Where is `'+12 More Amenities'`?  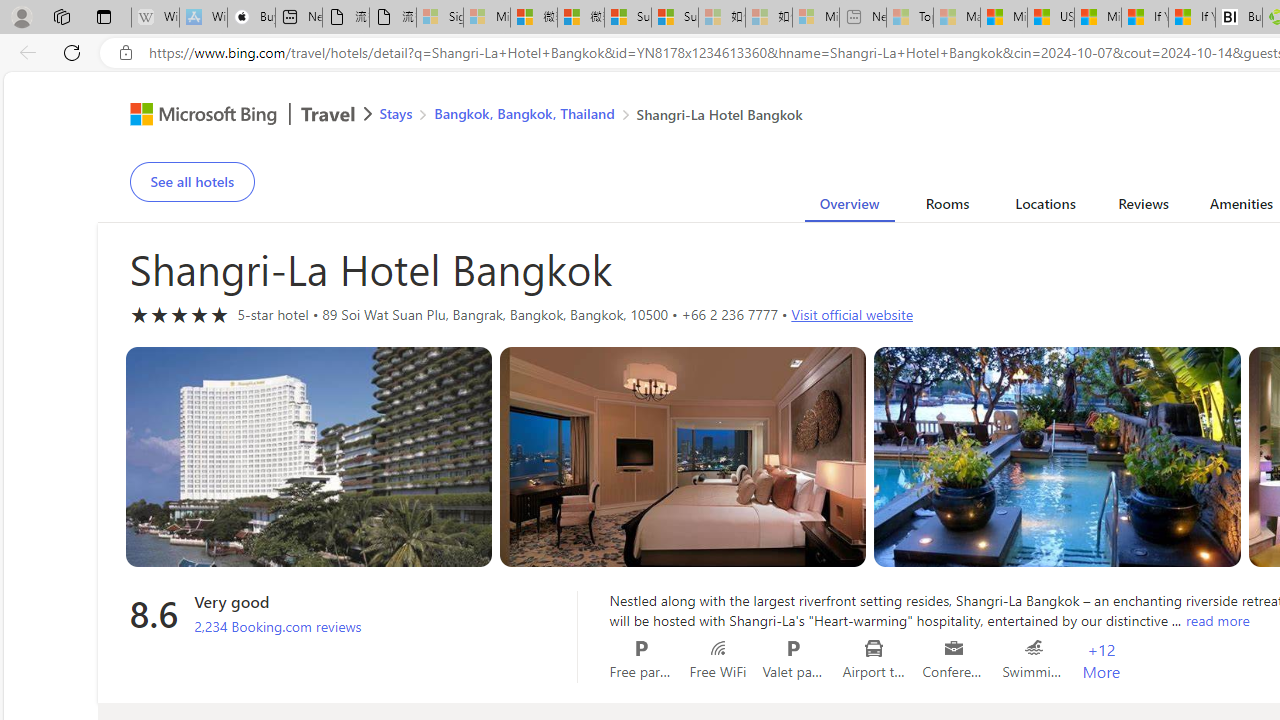 '+12 More Amenities' is located at coordinates (1100, 661).